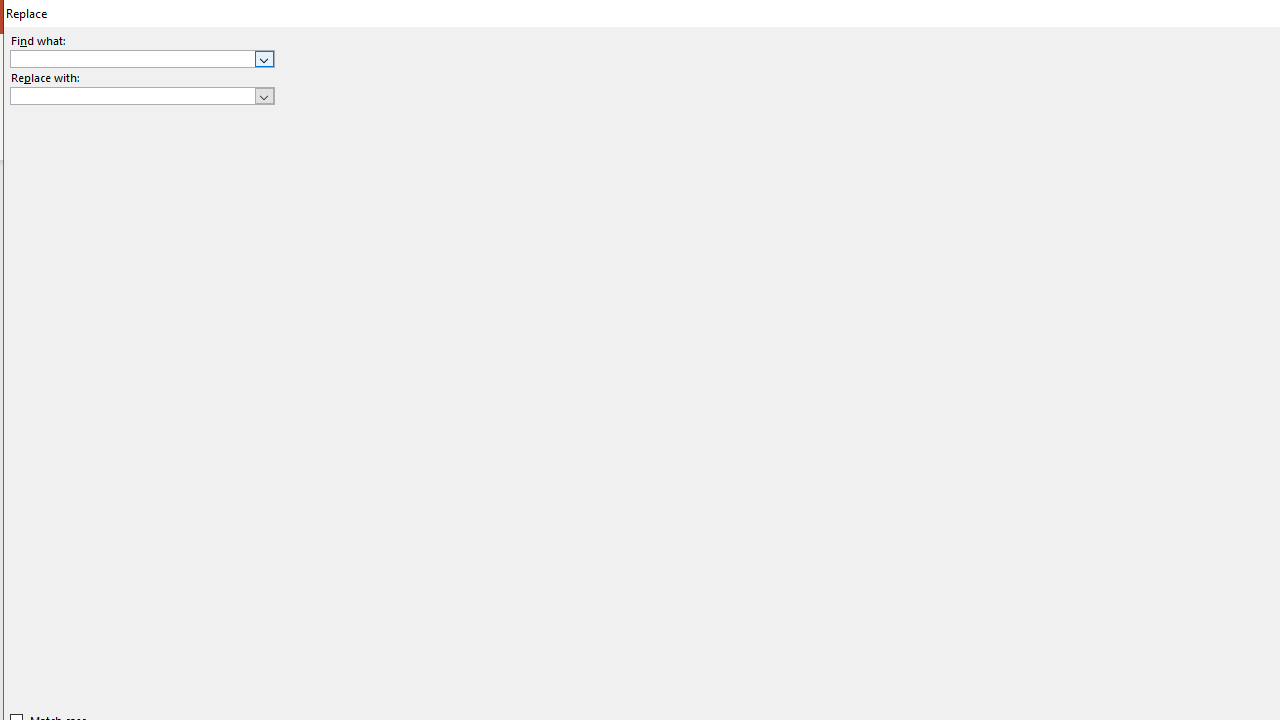  Describe the element at coordinates (132, 58) in the screenshot. I see `'Find what'` at that location.